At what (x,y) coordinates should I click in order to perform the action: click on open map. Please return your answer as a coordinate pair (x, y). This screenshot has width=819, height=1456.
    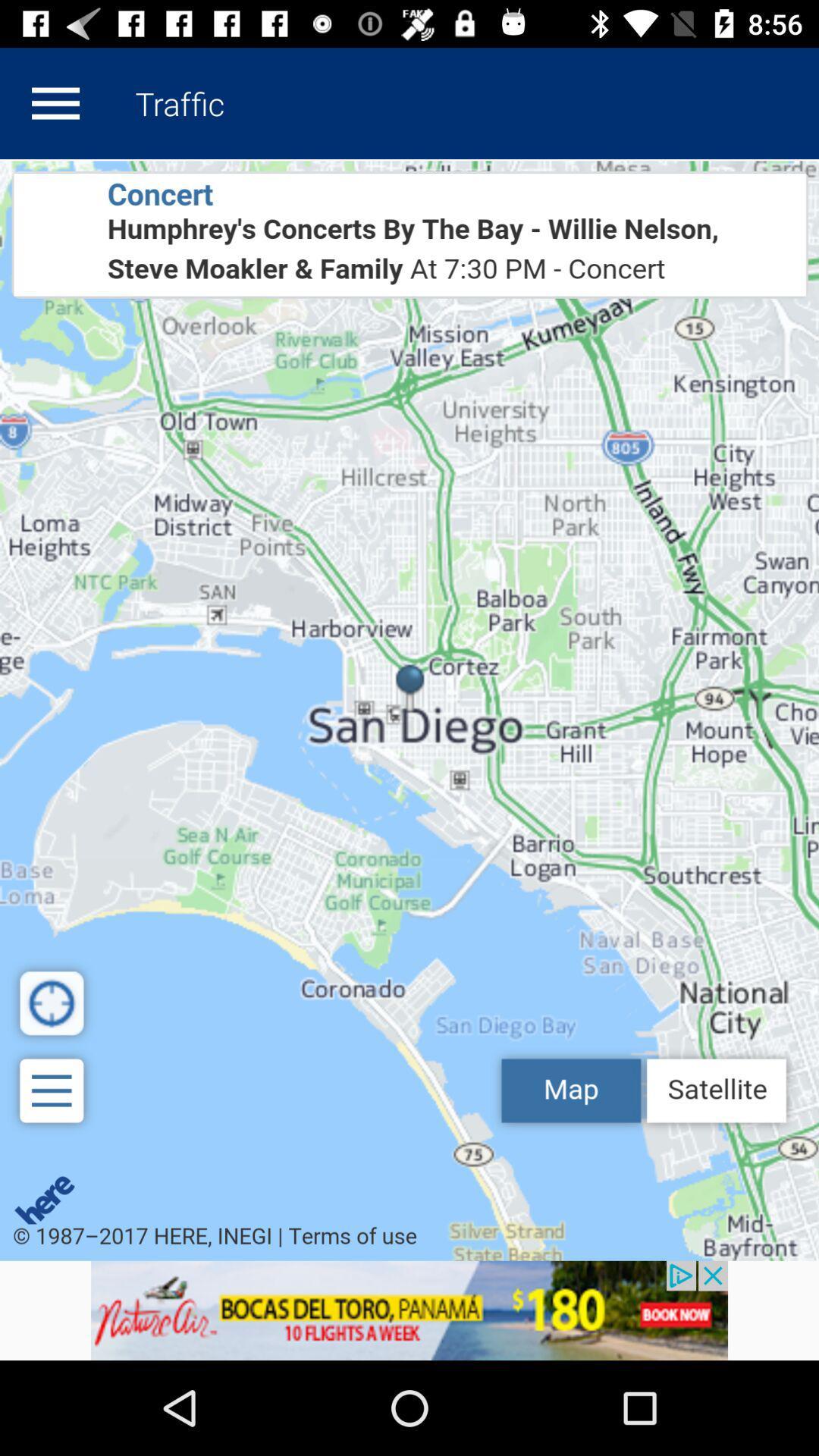
    Looking at the image, I should click on (409, 709).